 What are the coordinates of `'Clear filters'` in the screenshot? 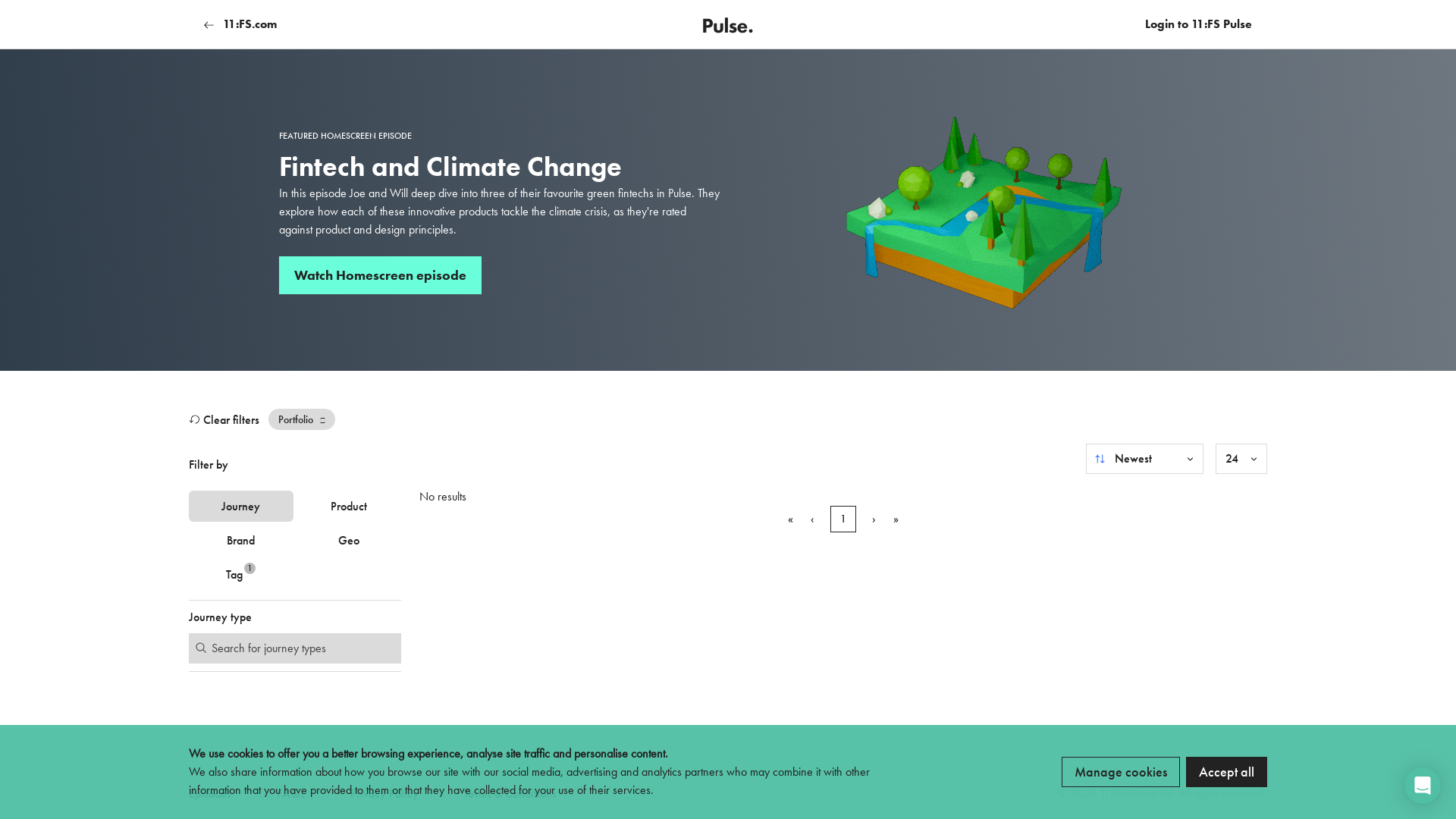 It's located at (223, 419).